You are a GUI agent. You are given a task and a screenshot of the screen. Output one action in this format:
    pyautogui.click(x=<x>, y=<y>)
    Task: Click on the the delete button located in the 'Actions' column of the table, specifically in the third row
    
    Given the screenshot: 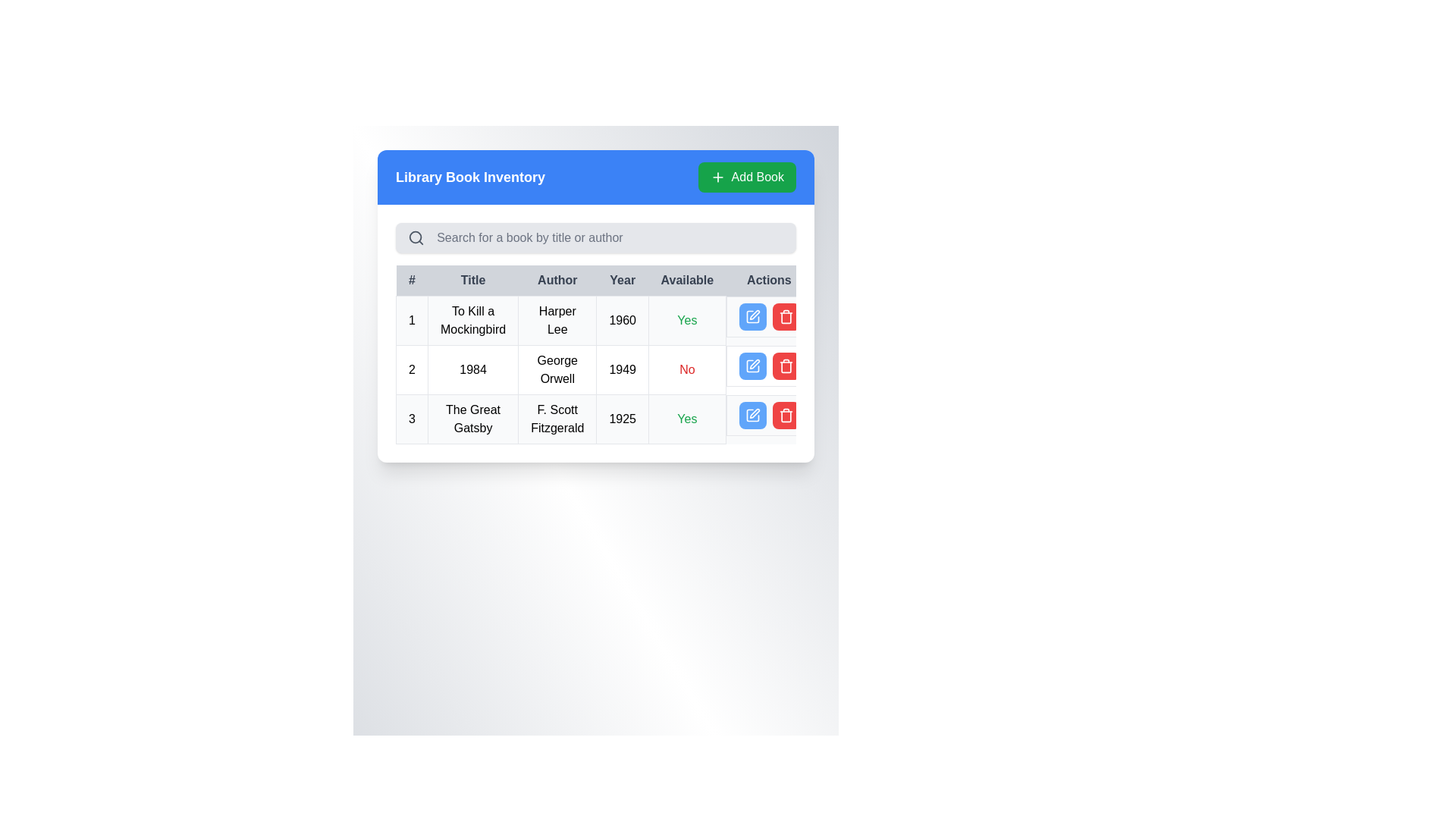 What is the action you would take?
    pyautogui.click(x=786, y=366)
    